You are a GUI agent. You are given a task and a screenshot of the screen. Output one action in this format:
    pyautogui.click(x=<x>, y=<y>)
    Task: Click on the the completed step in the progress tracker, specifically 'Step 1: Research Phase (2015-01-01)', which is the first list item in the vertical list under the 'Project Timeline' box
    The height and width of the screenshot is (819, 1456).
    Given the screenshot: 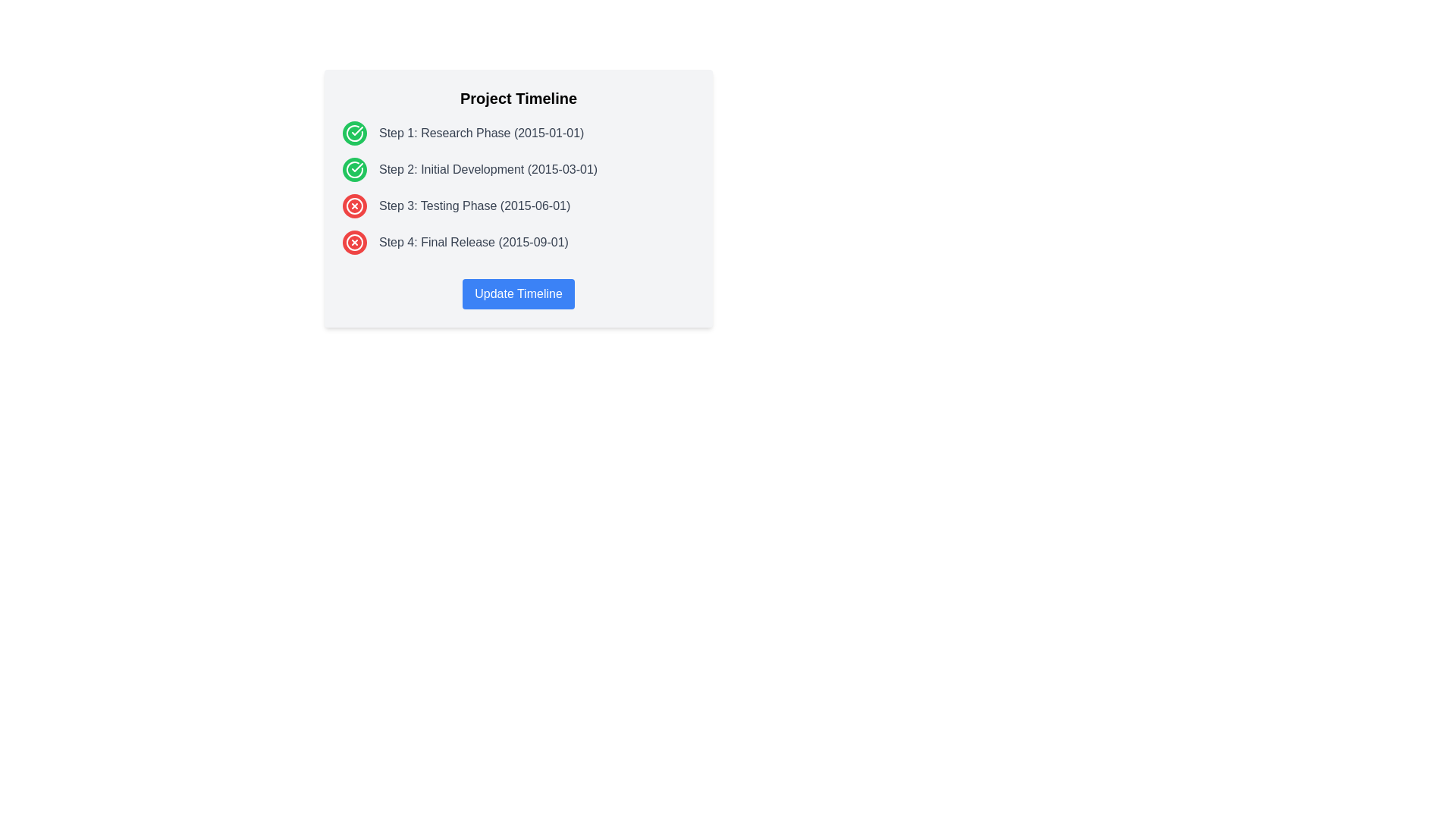 What is the action you would take?
    pyautogui.click(x=519, y=133)
    